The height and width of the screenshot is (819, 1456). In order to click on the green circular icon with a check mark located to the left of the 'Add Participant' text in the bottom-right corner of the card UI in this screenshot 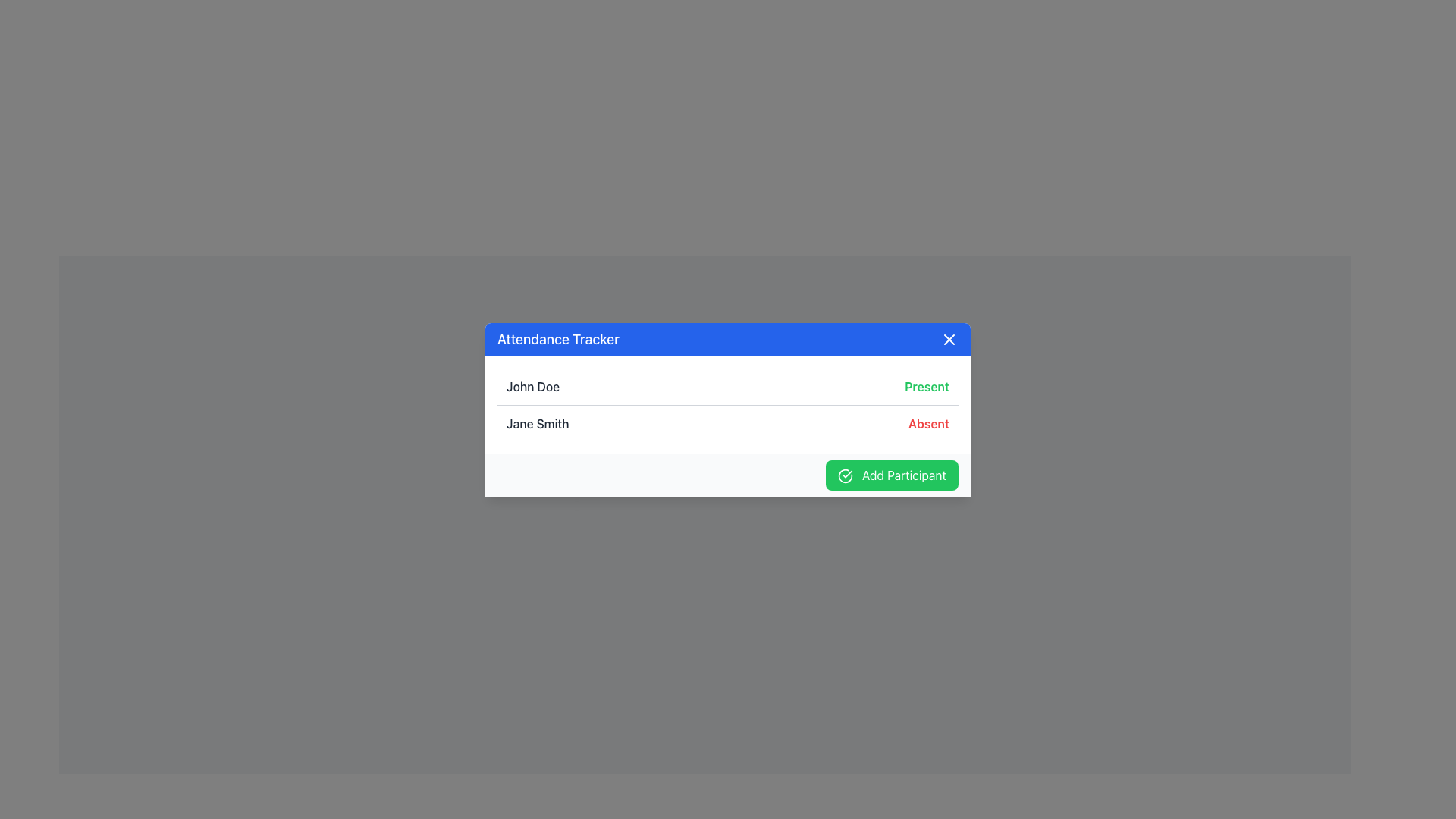, I will do `click(844, 475)`.